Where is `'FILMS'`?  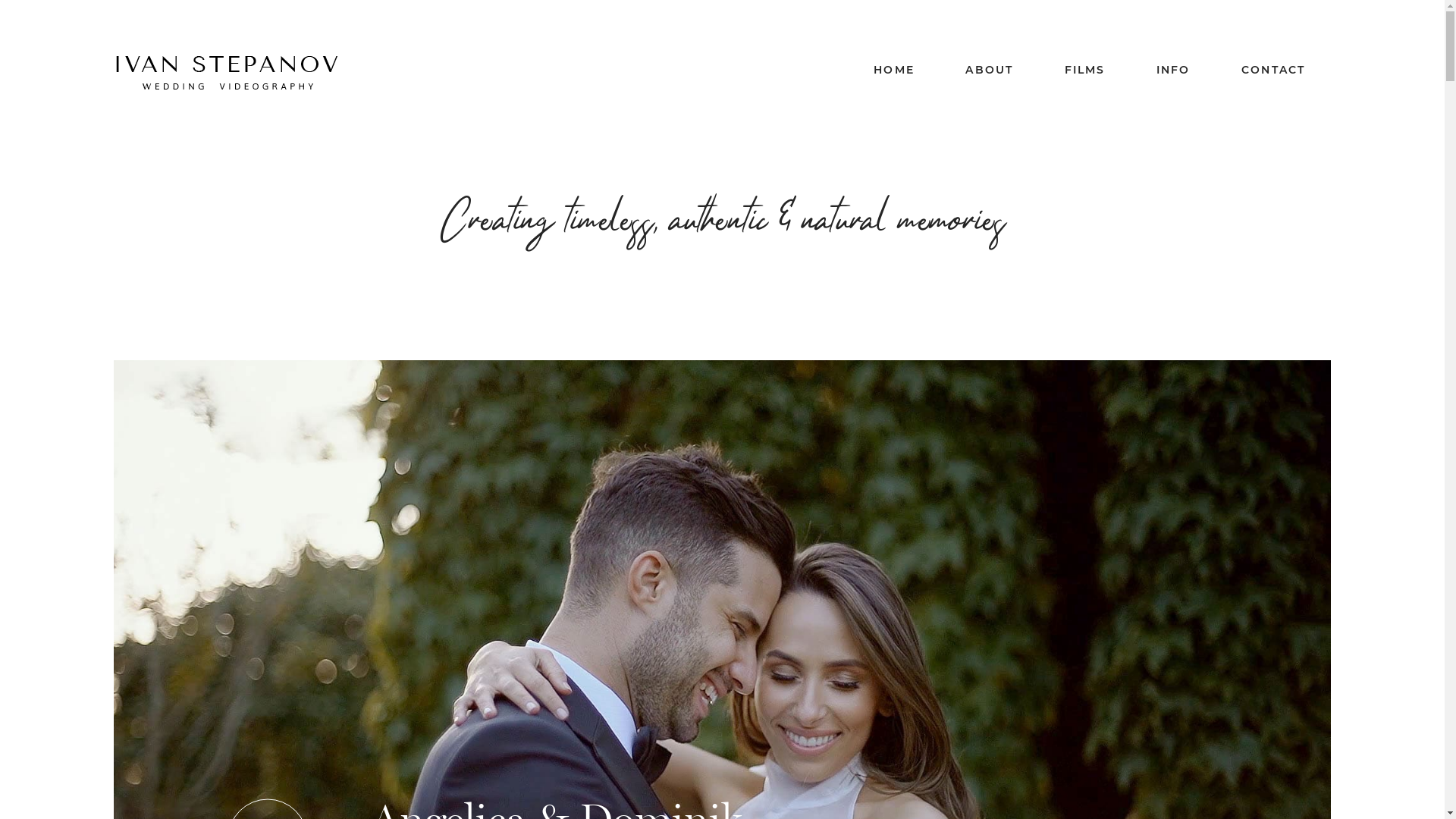
'FILMS' is located at coordinates (1084, 70).